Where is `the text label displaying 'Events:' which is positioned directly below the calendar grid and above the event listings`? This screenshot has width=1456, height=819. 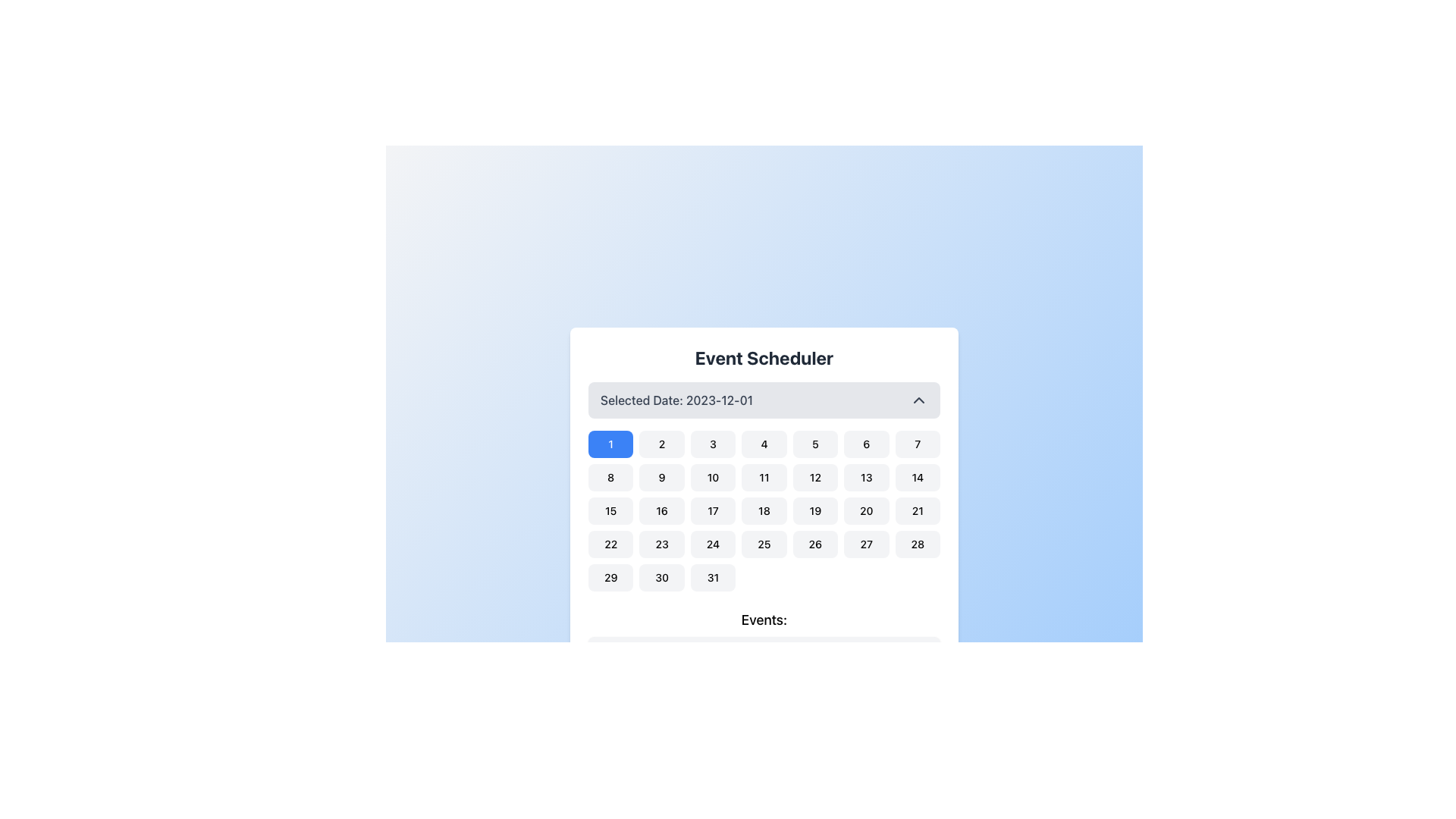
the text label displaying 'Events:' which is positioned directly below the calendar grid and above the event listings is located at coordinates (764, 623).